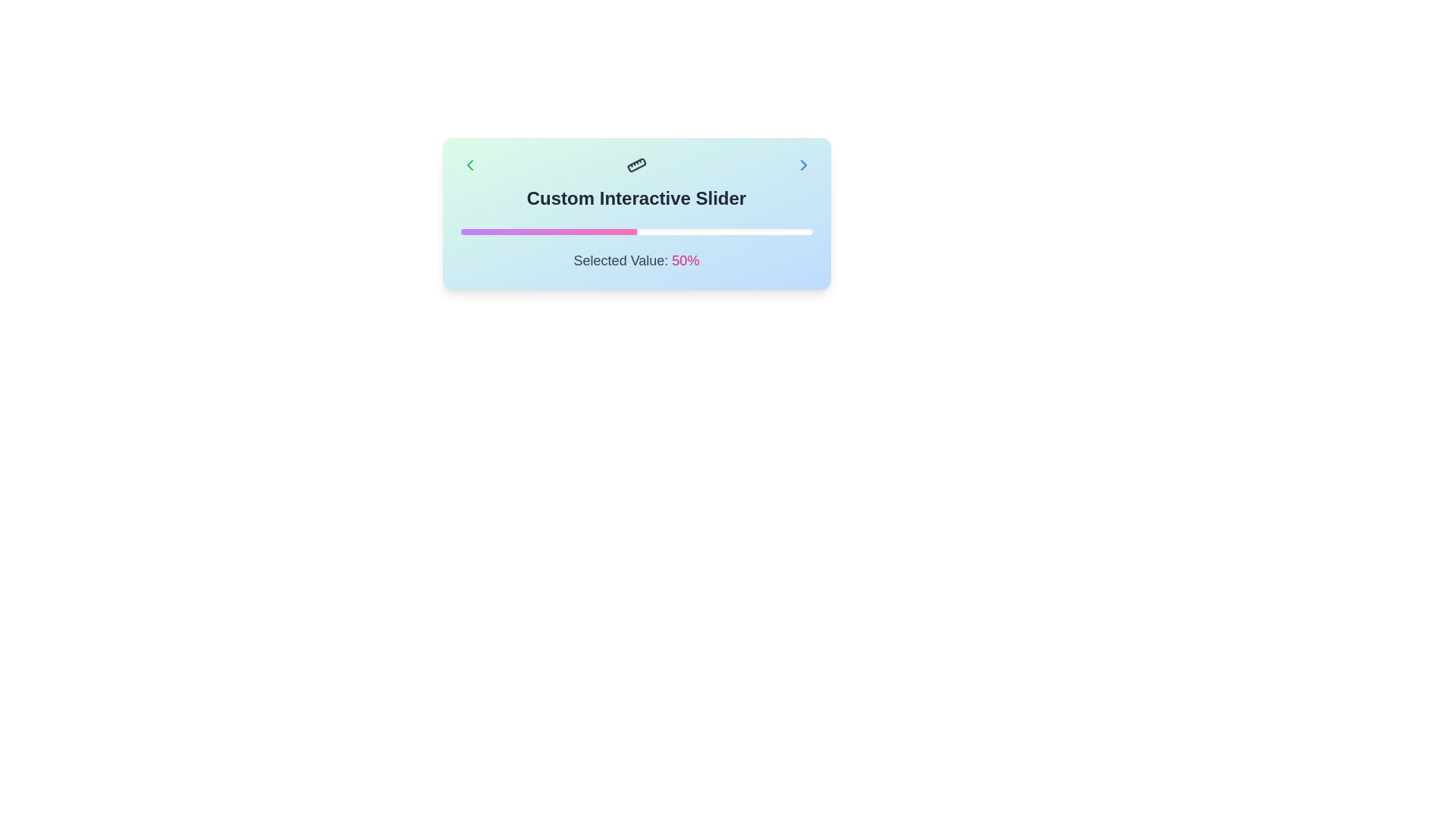 The height and width of the screenshot is (819, 1456). I want to click on the slider value, so click(572, 231).